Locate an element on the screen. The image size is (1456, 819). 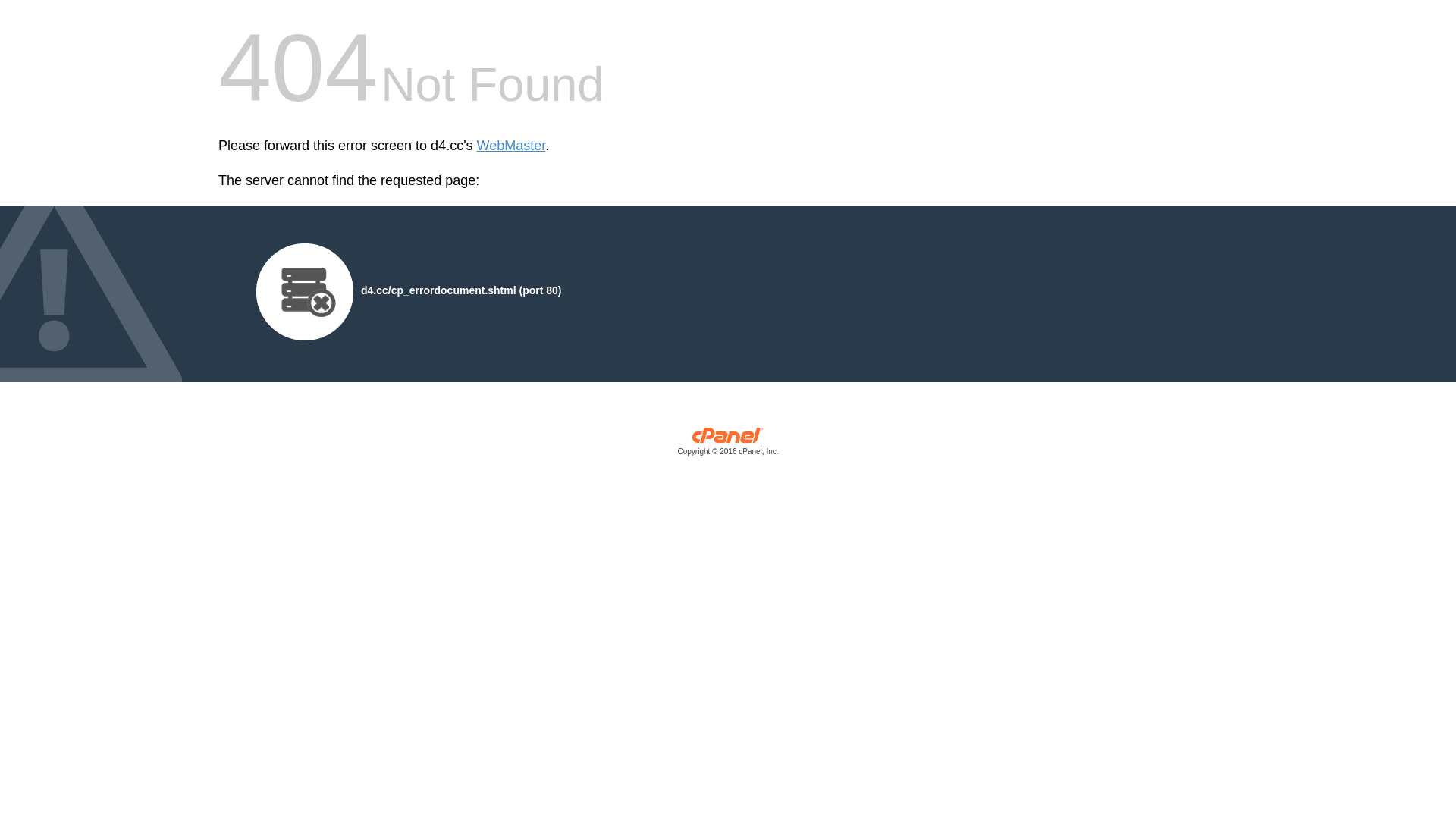
'WebMaster' is located at coordinates (511, 146).